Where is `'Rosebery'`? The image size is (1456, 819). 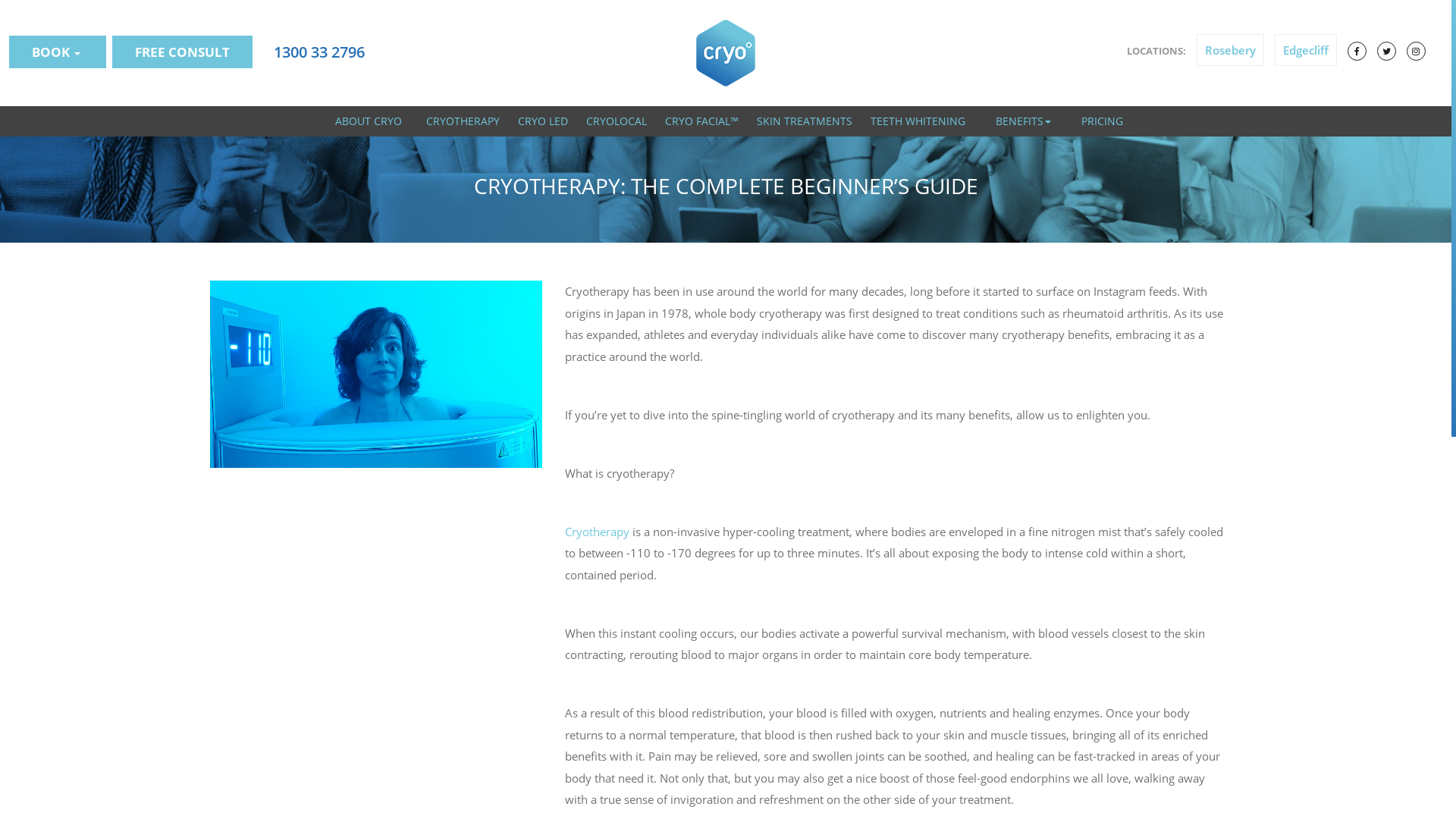
'Rosebery' is located at coordinates (1230, 49).